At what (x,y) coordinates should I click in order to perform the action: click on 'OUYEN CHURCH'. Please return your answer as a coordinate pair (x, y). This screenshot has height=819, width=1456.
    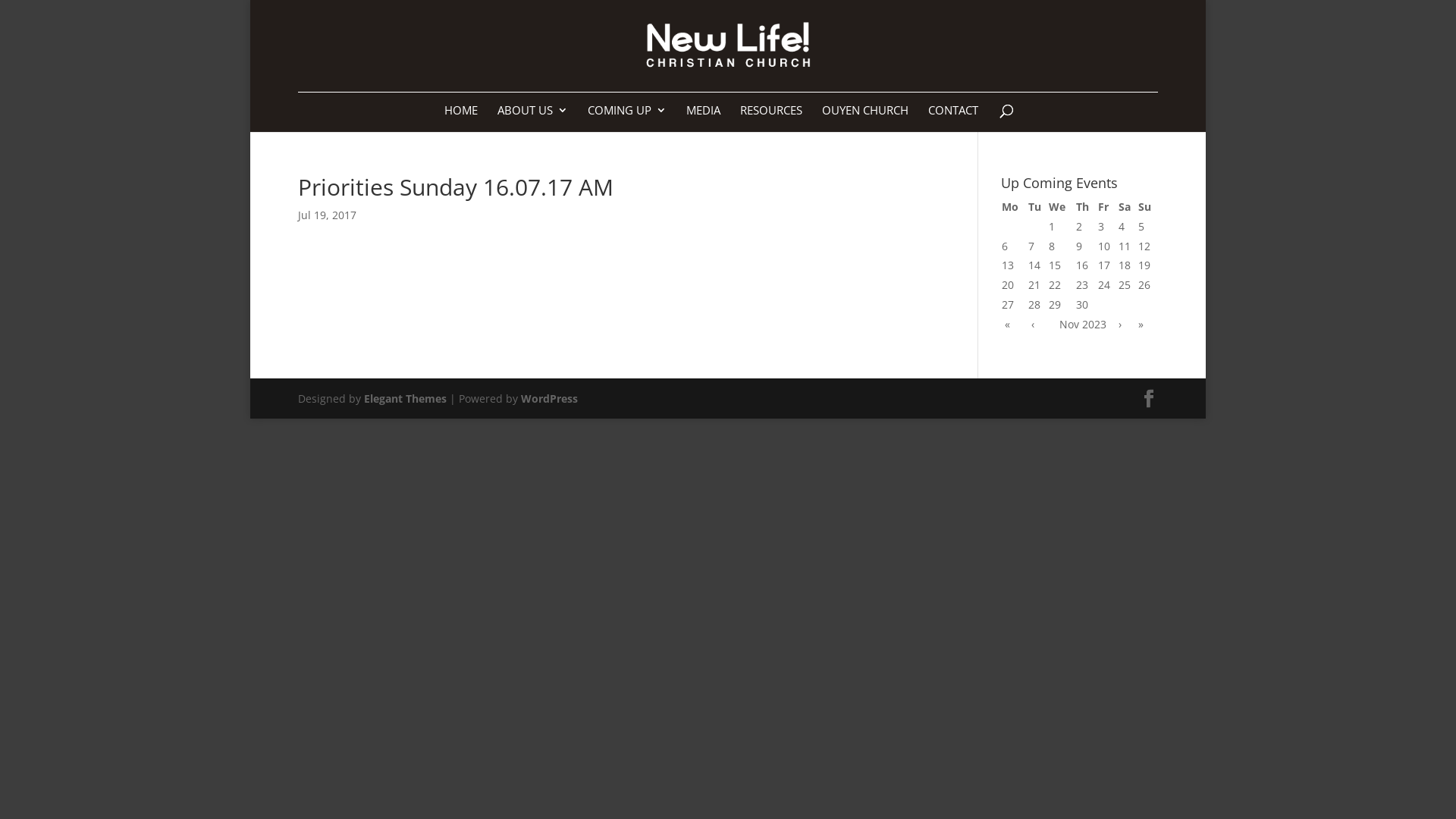
    Looking at the image, I should click on (865, 117).